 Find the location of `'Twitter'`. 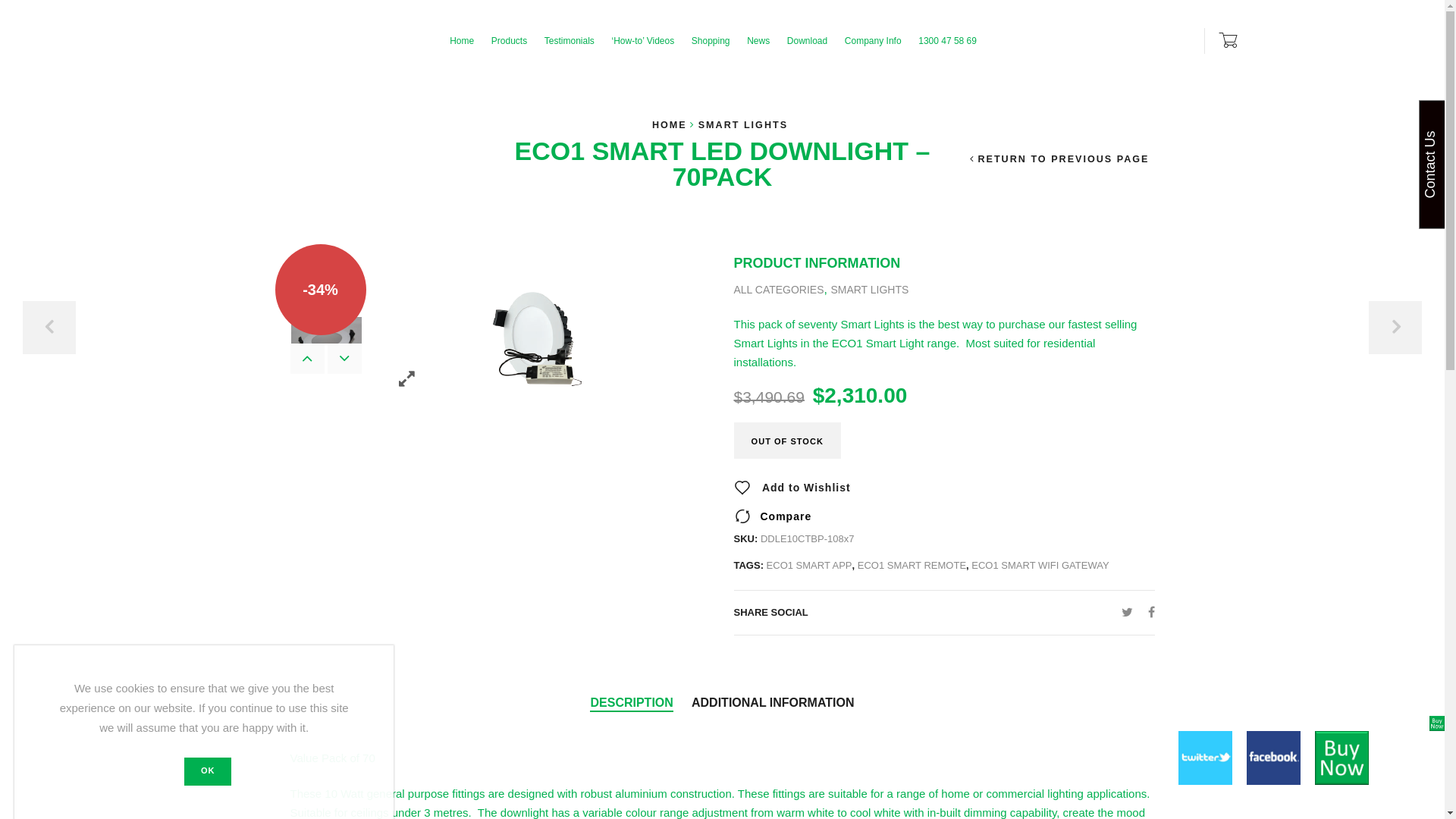

'Twitter' is located at coordinates (1126, 611).